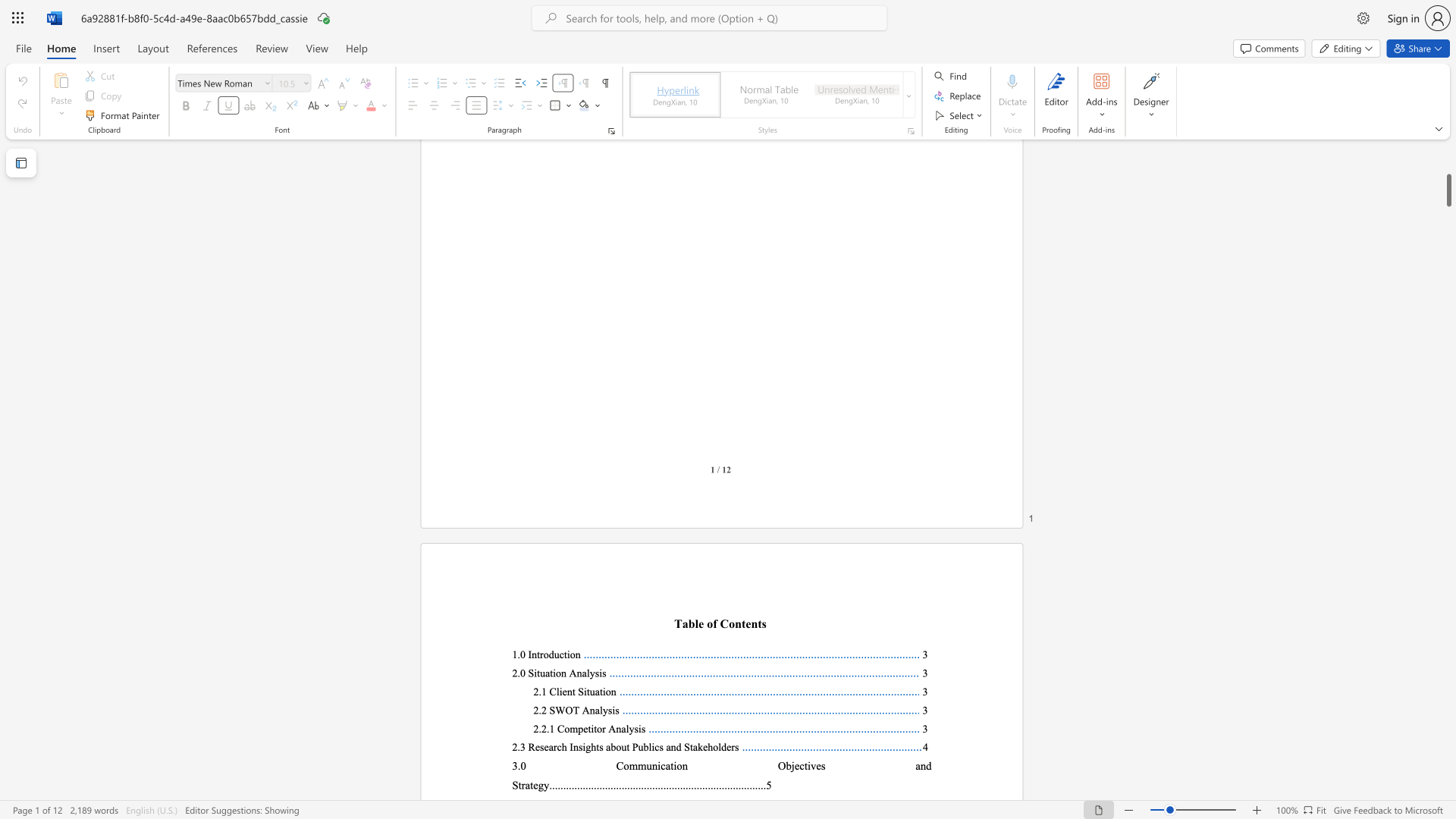 This screenshot has width=1456, height=819. What do you see at coordinates (674, 766) in the screenshot?
I see `the 2th character "i" in the text` at bounding box center [674, 766].